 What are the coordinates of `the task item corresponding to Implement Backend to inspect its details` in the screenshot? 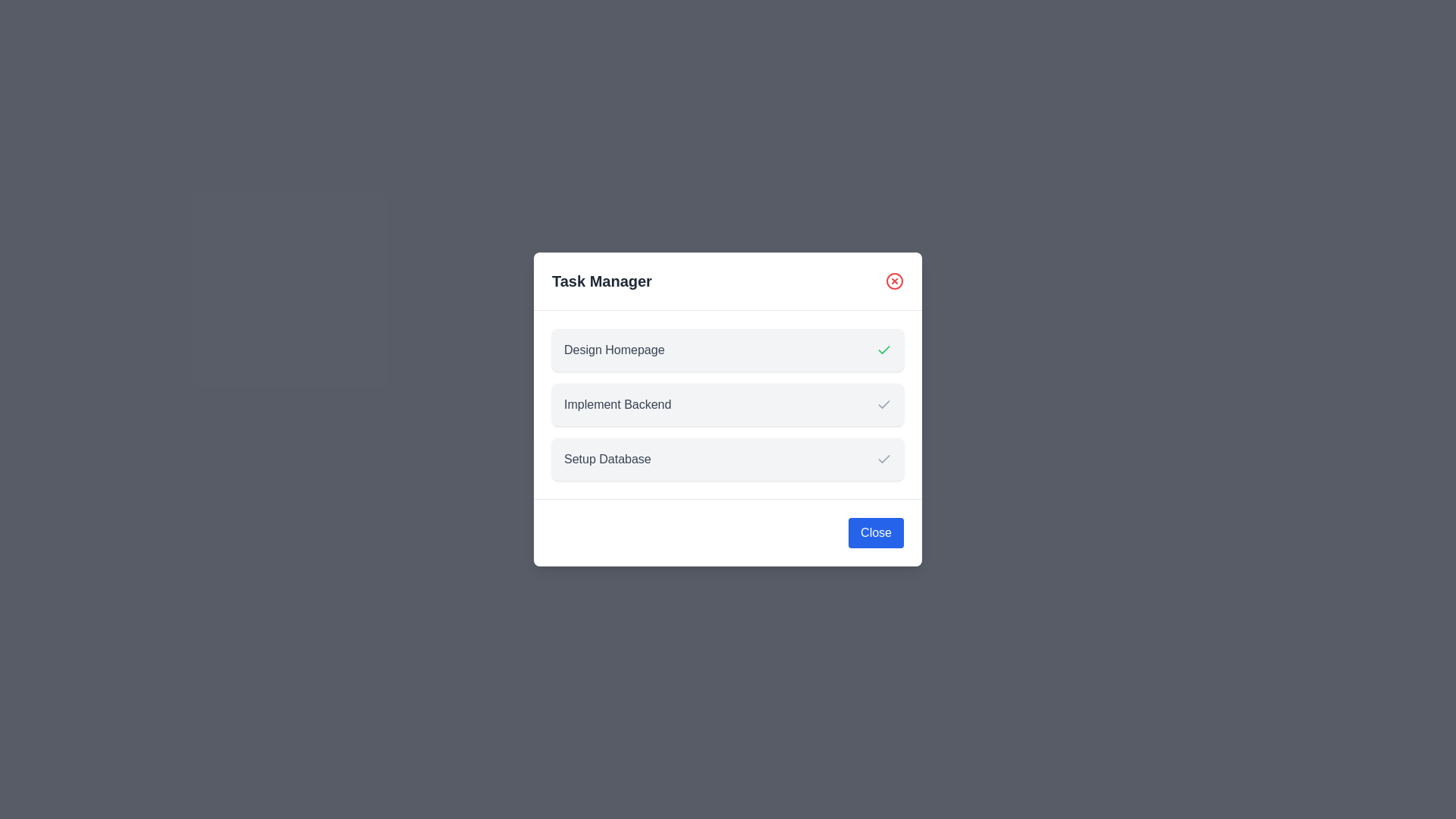 It's located at (728, 403).